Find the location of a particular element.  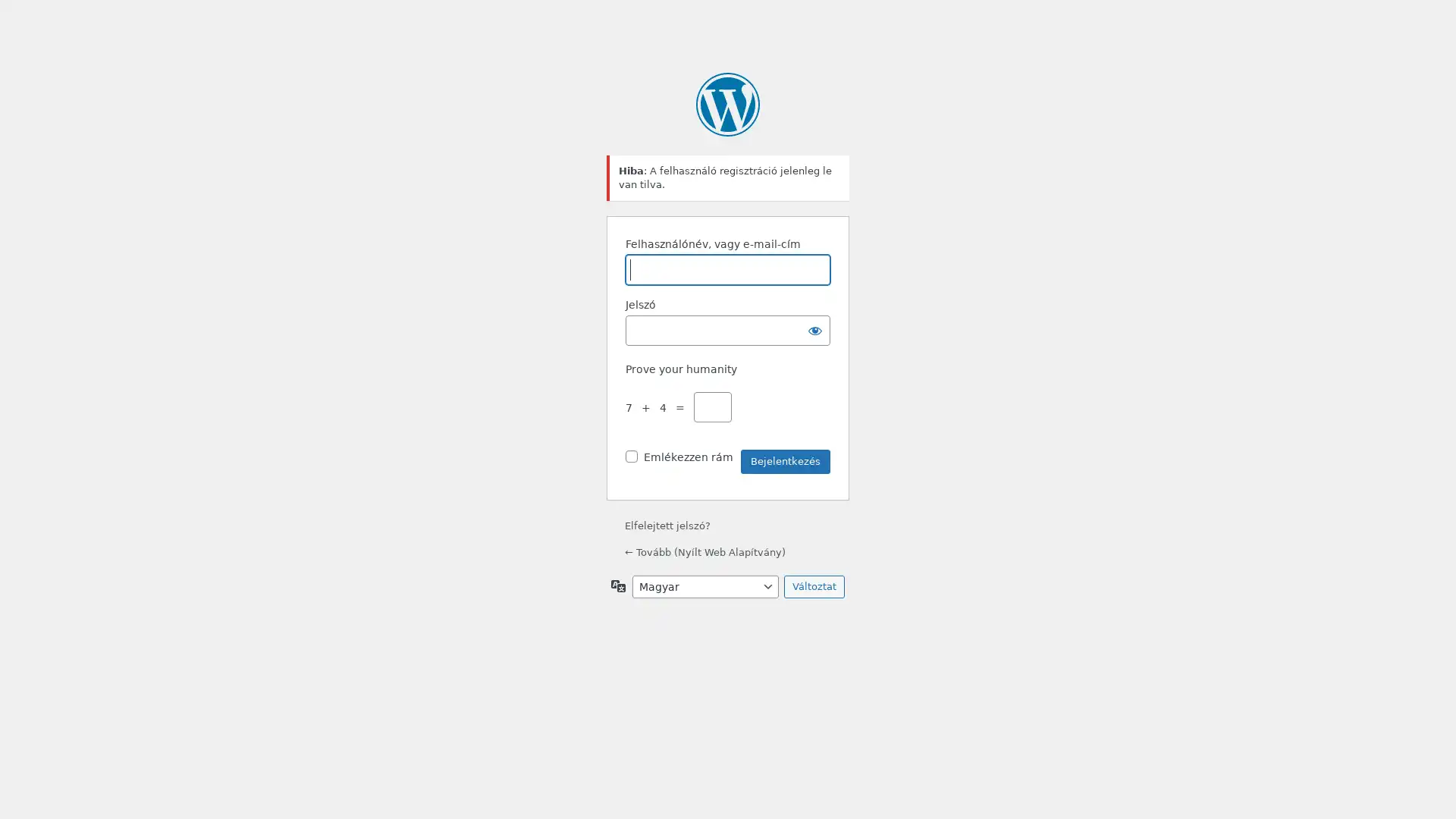

Valtoztat is located at coordinates (814, 585).